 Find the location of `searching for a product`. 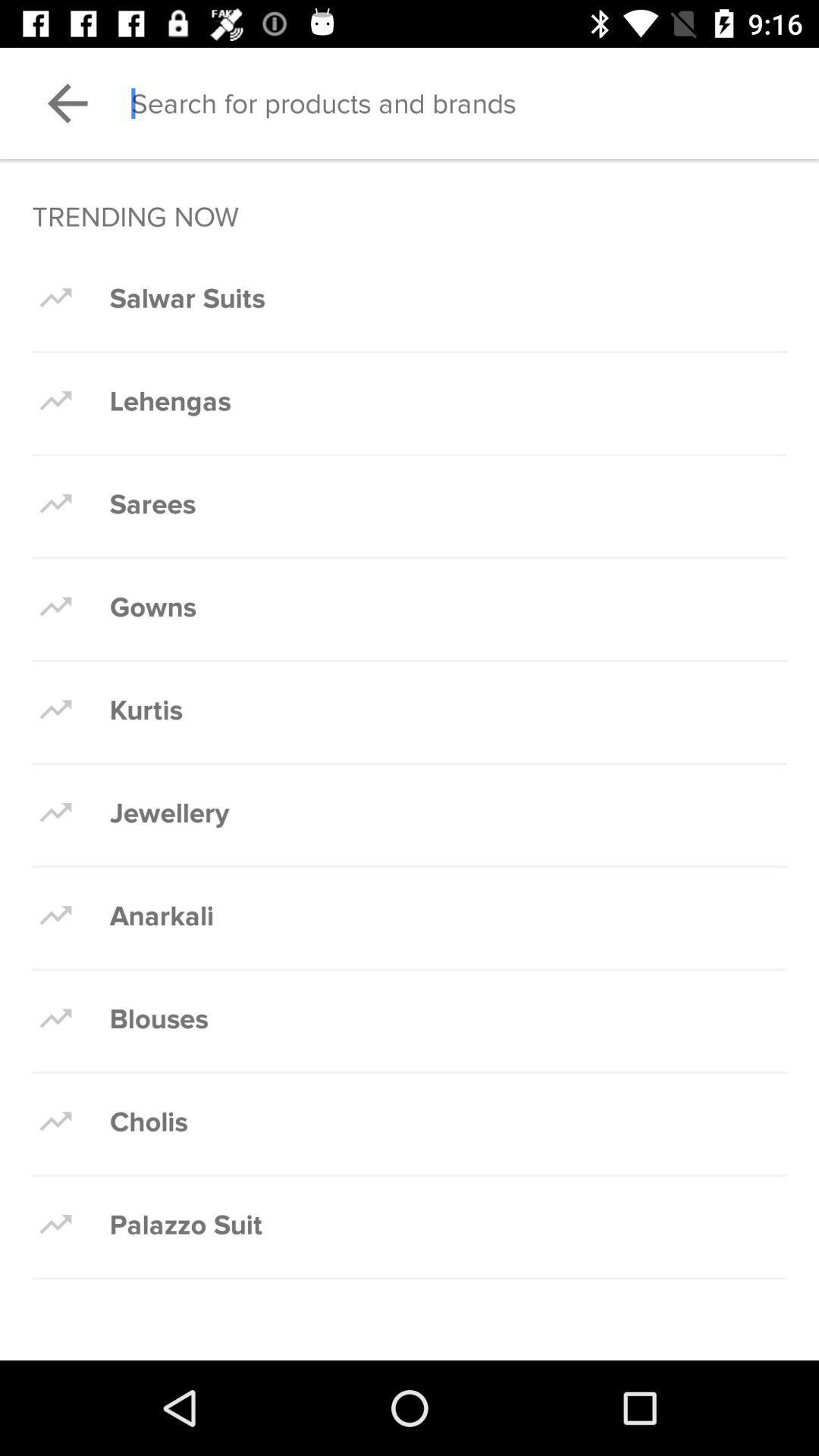

searching for a product is located at coordinates (474, 102).